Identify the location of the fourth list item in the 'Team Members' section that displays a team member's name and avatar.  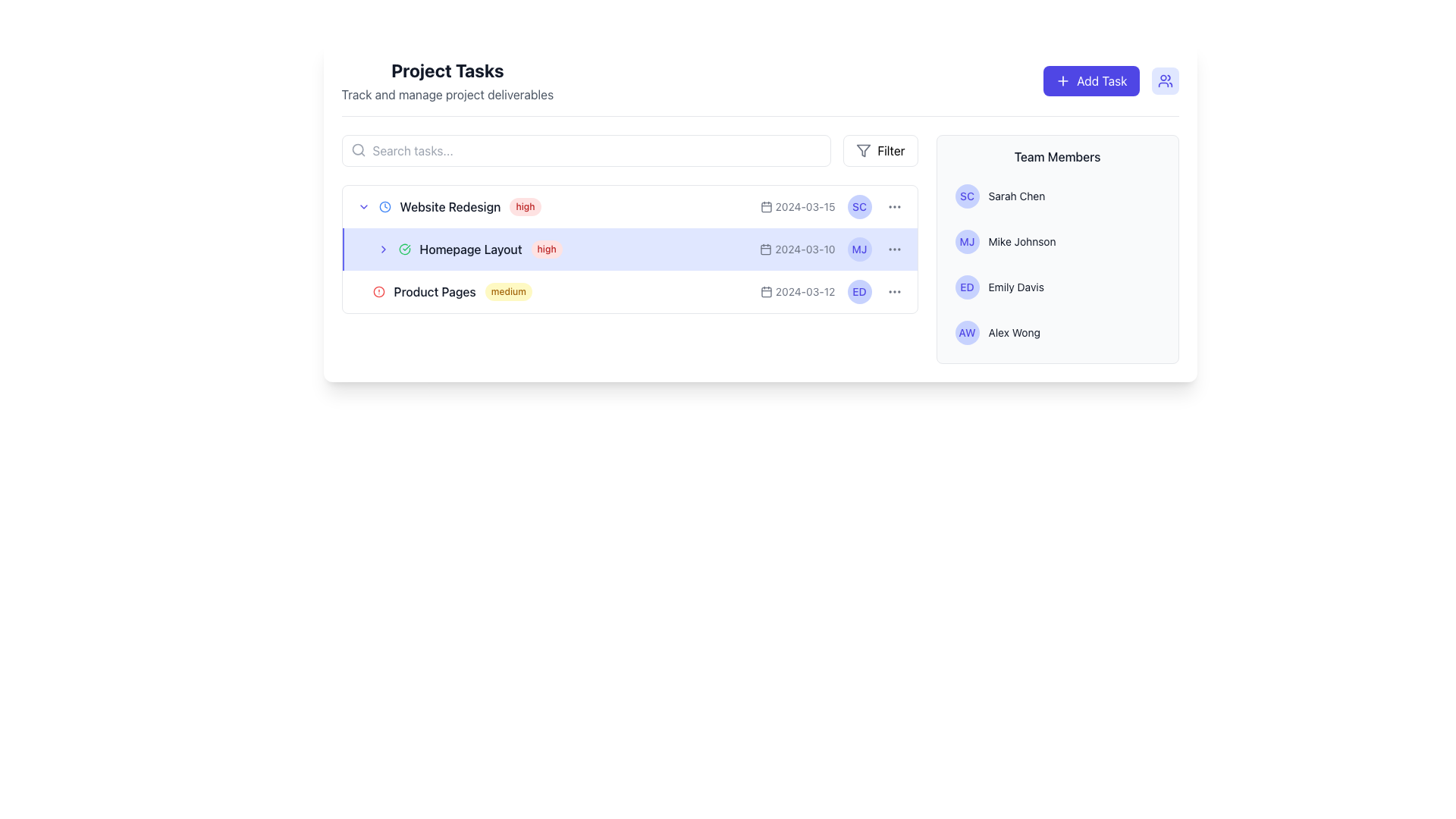
(1056, 332).